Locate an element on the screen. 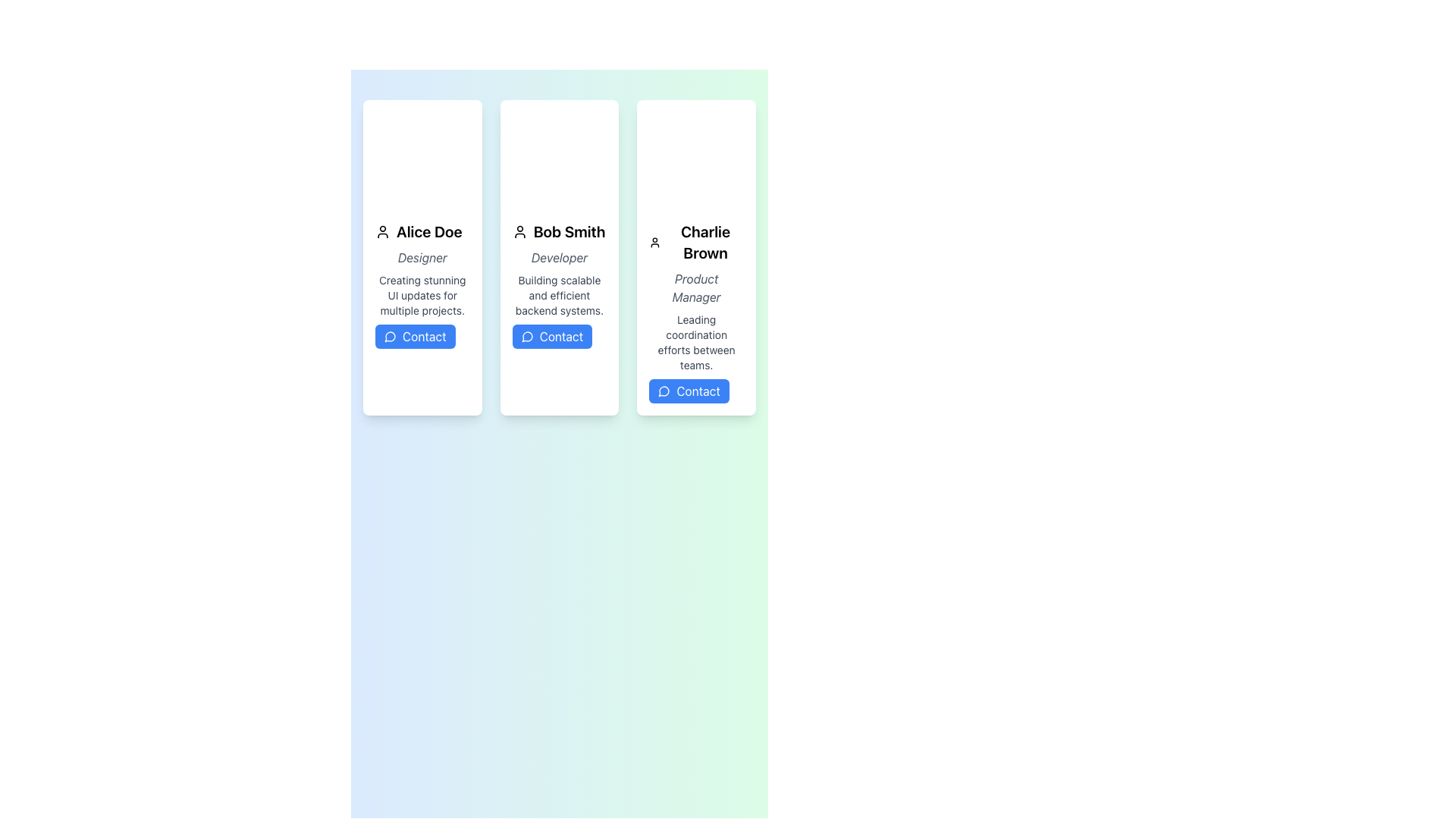  the third text label that provides additional details about the individual or topic, which is positioned after 'Alice Doe' and 'Designer' in the leftmost card of three horizontal cards is located at coordinates (422, 295).